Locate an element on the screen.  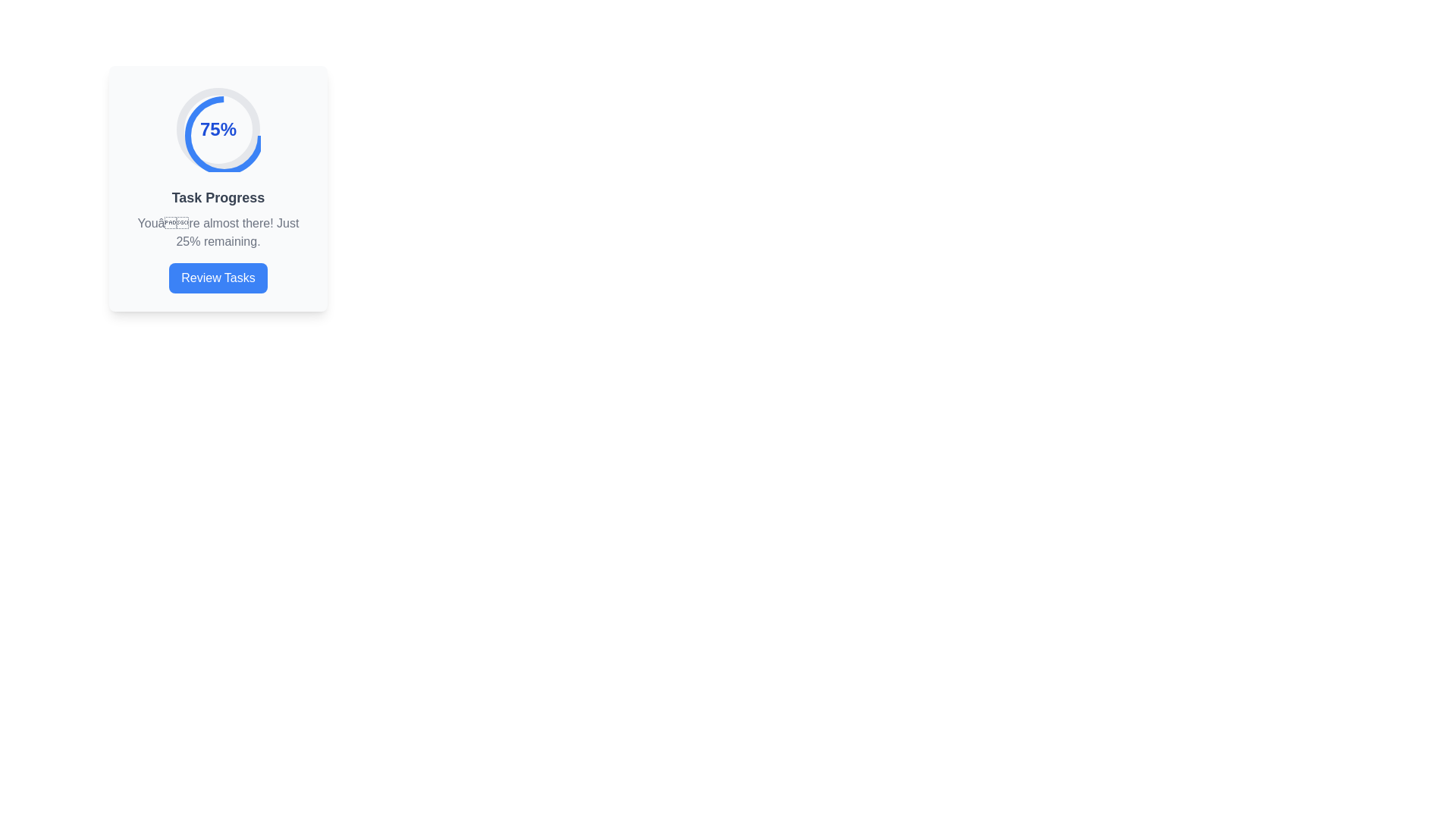
the Circular Progress Indicator displaying '75%' in its center, which is located at the top of a card layout is located at coordinates (218, 128).